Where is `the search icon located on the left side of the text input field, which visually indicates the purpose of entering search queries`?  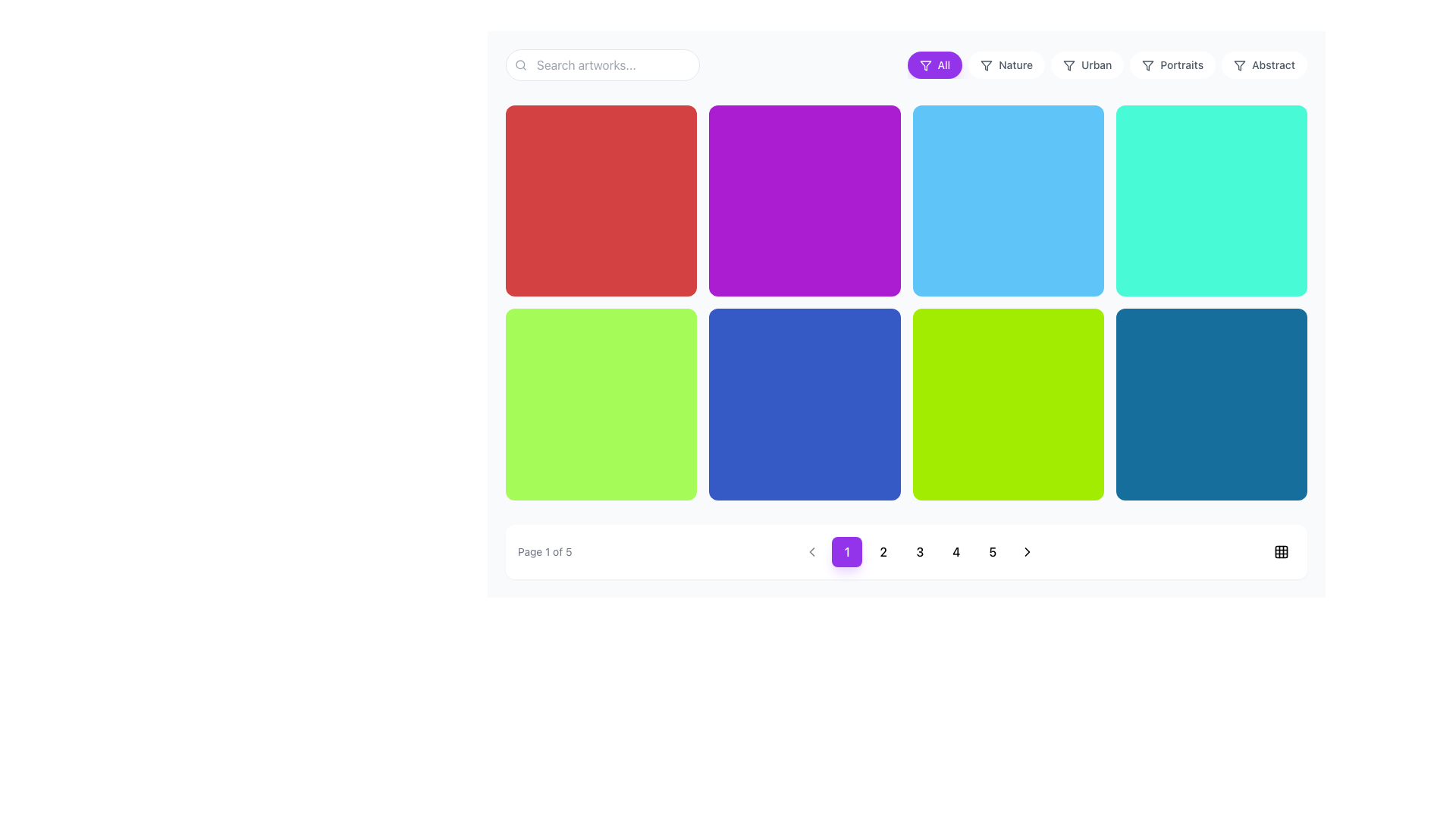 the search icon located on the left side of the text input field, which visually indicates the purpose of entering search queries is located at coordinates (520, 64).